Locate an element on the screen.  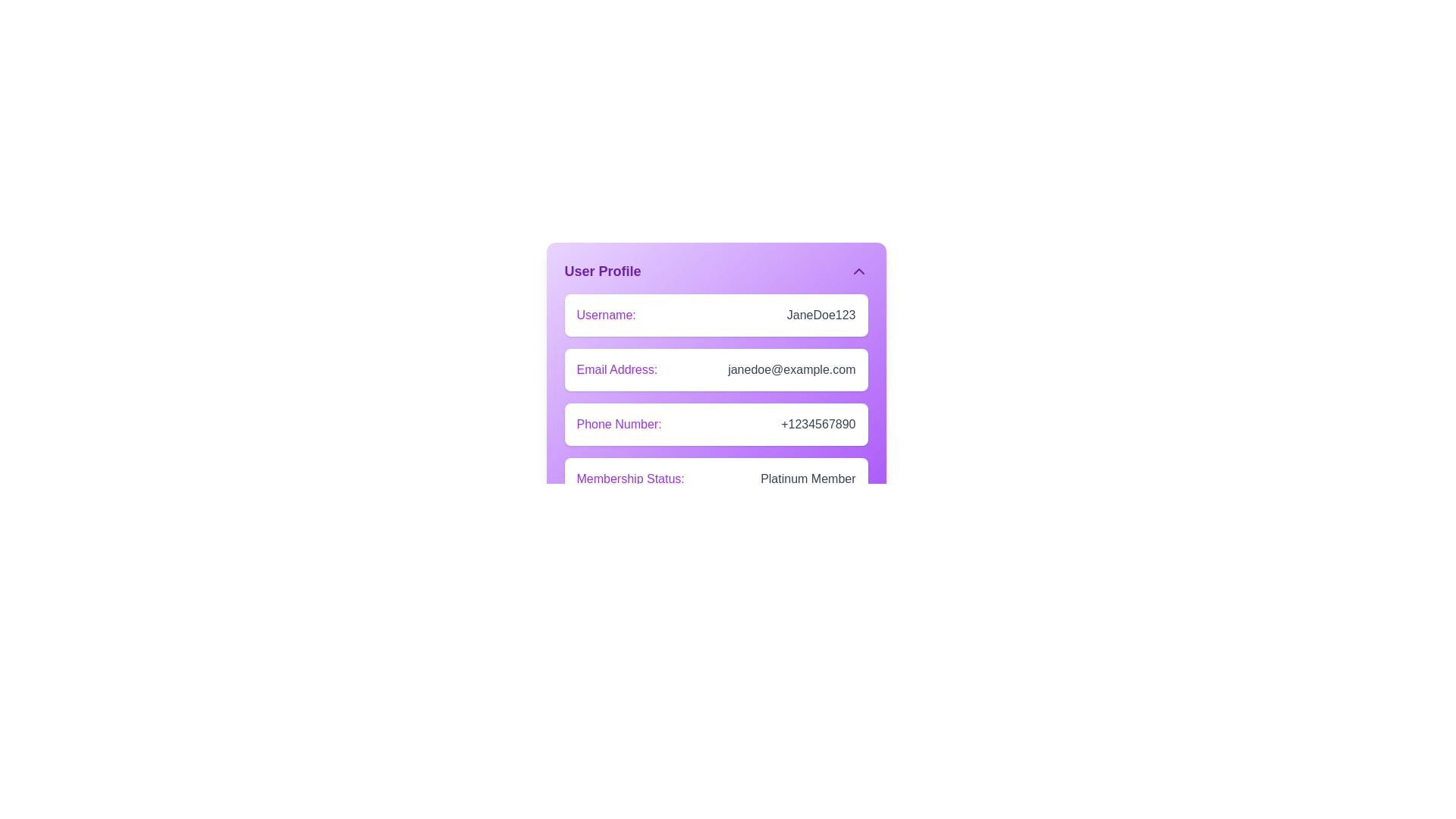
the static text label displaying the user's membership level, which is located within the card interface under the header 'Membership Status:' is located at coordinates (807, 479).